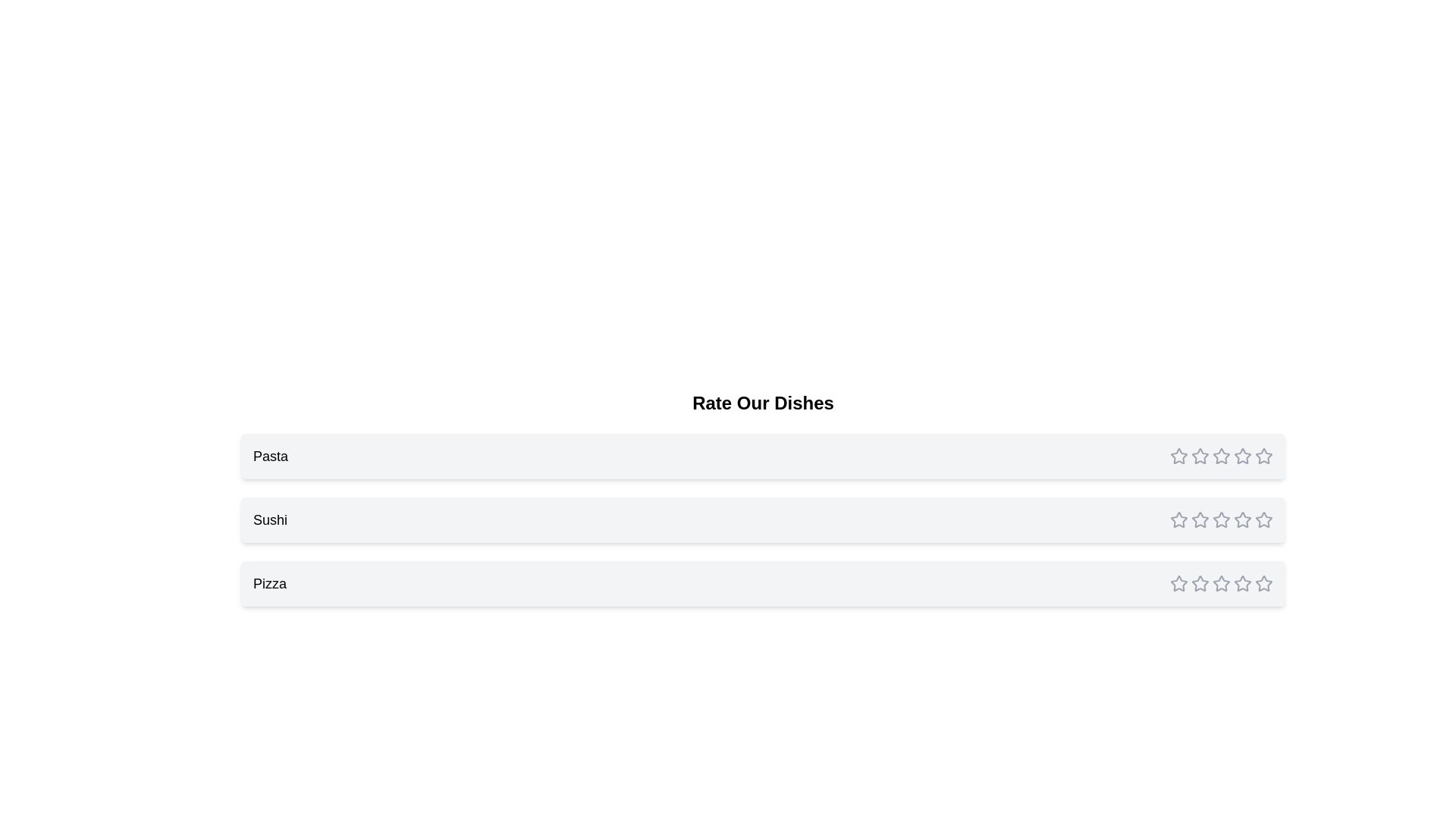  I want to click on the third star icon in the 'Sushi' row of the 'Rate Our Dishes' component, so click(1222, 519).